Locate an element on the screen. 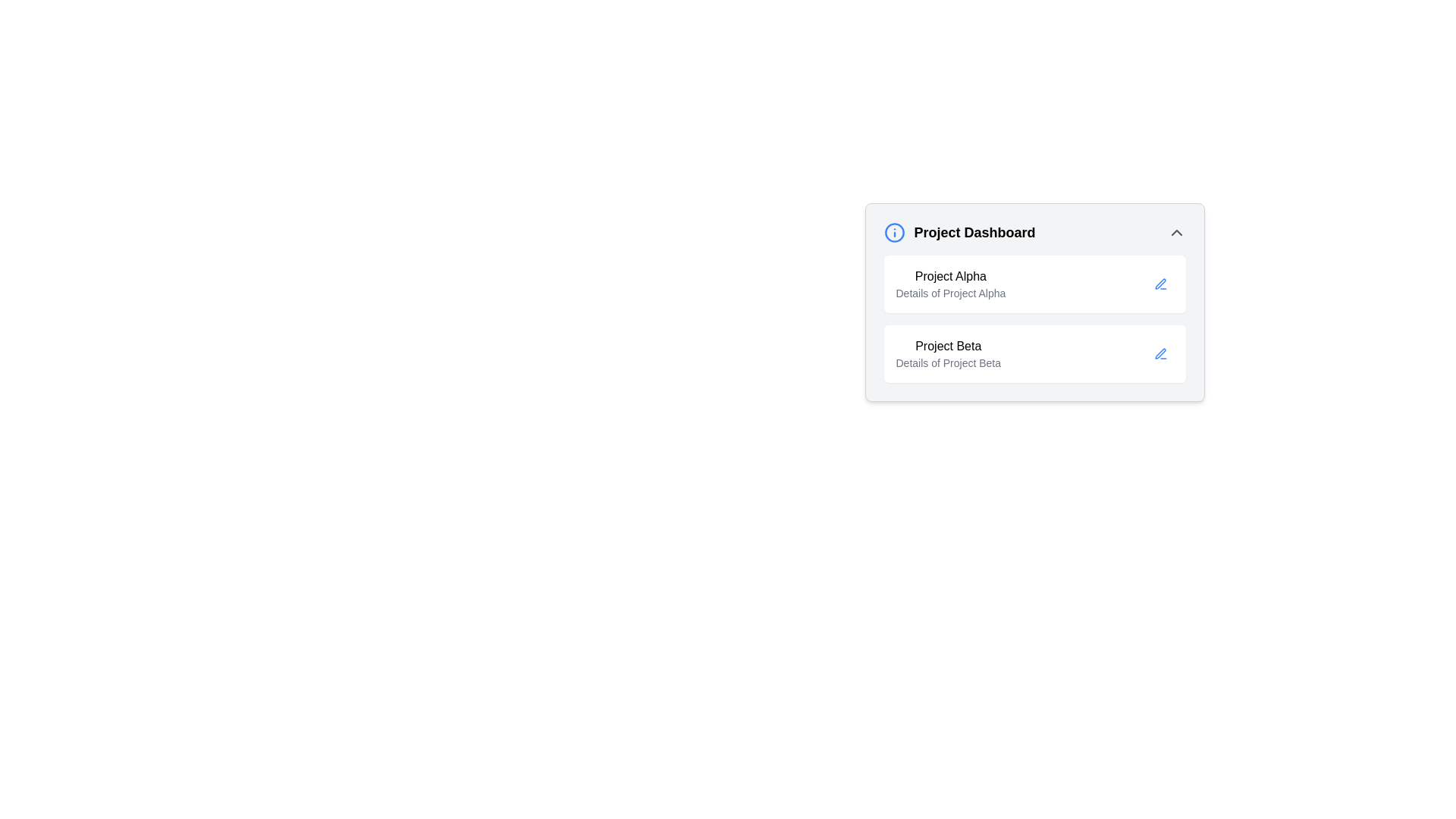  the second project card in the Project Dashboard is located at coordinates (1034, 353).